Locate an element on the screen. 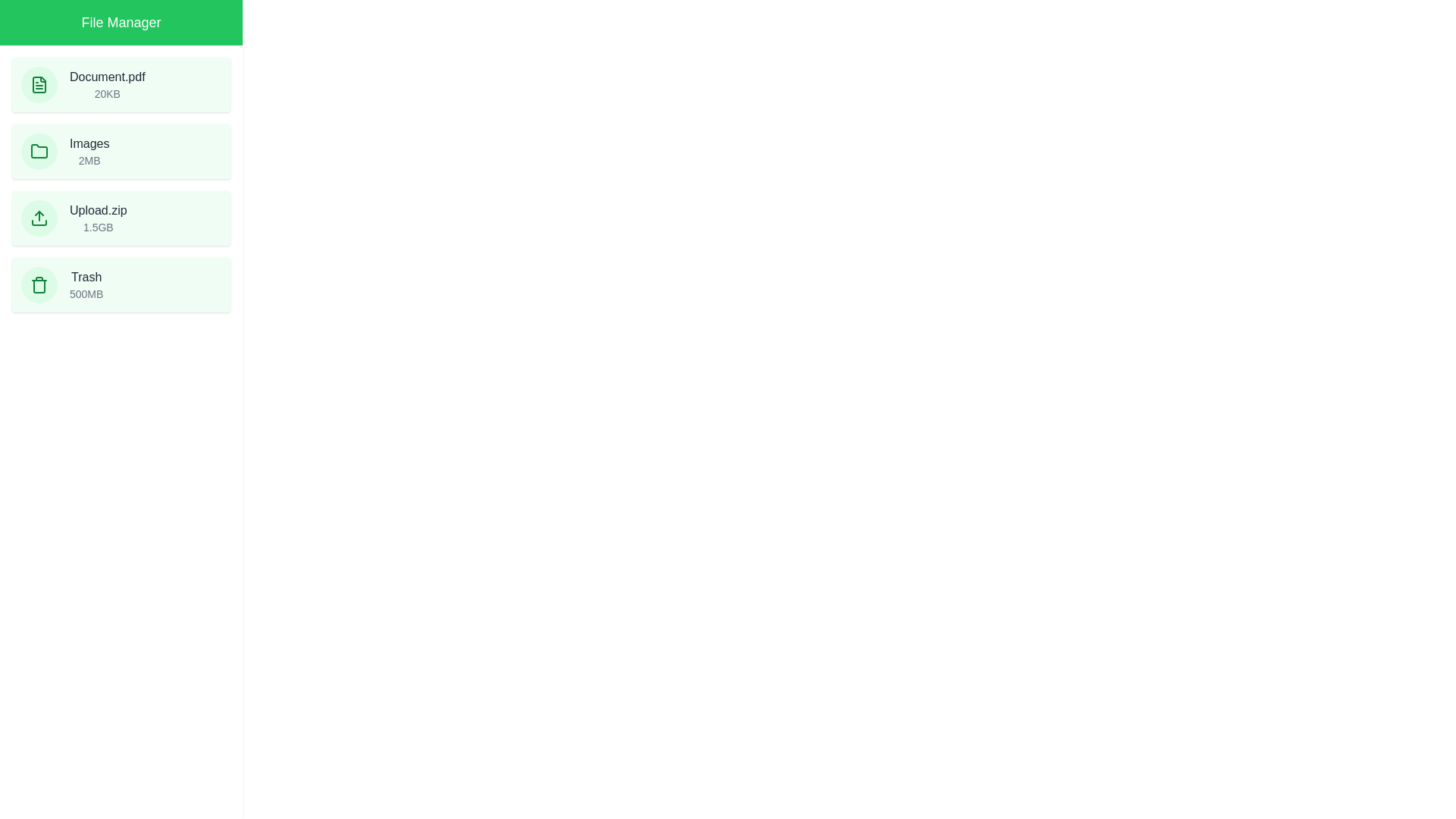  the file or folder item identified by its name Trash is located at coordinates (120, 284).